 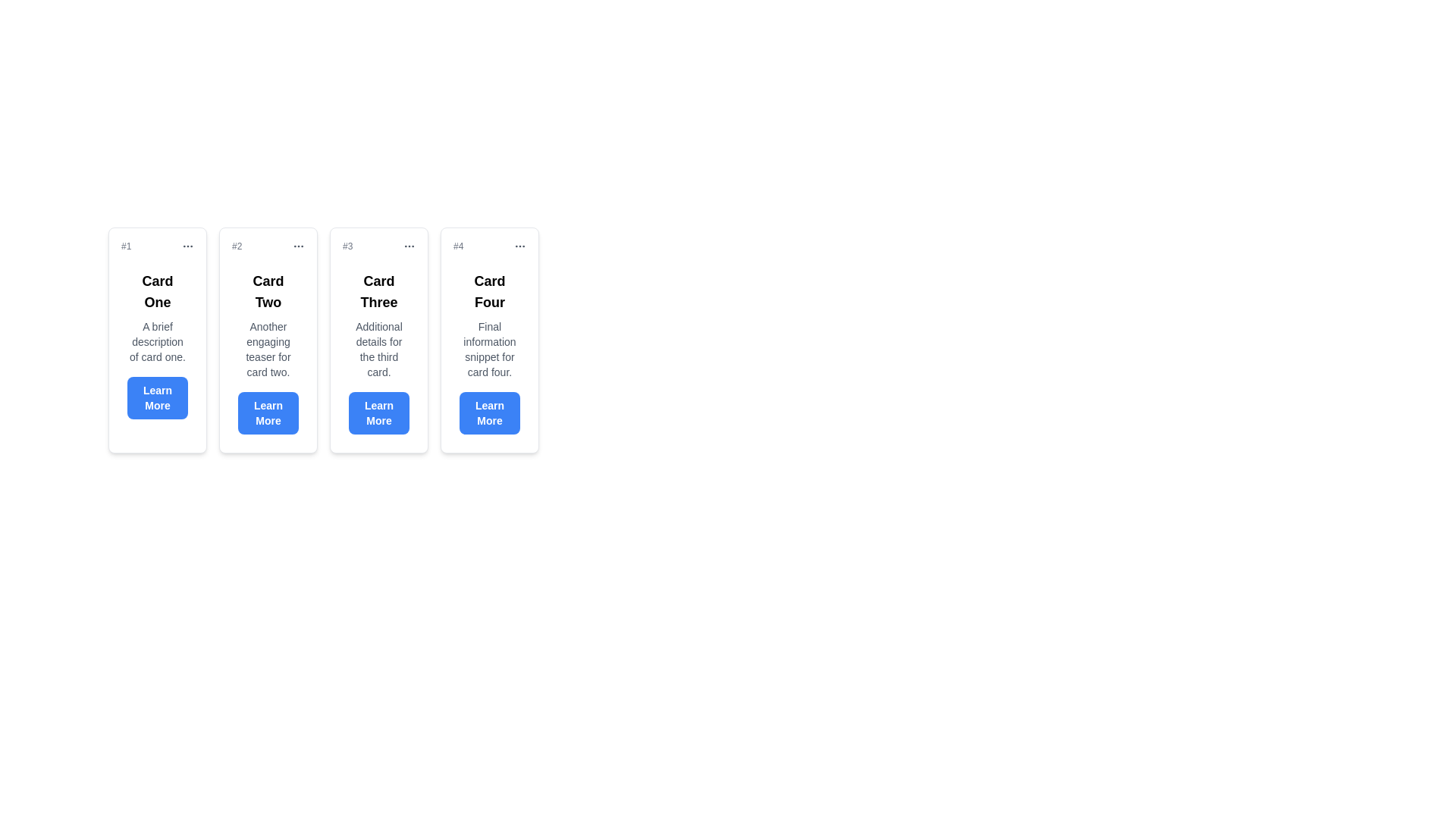 I want to click on the text element reading '#3' located in the top-left corner of 'Card Three', so click(x=347, y=245).